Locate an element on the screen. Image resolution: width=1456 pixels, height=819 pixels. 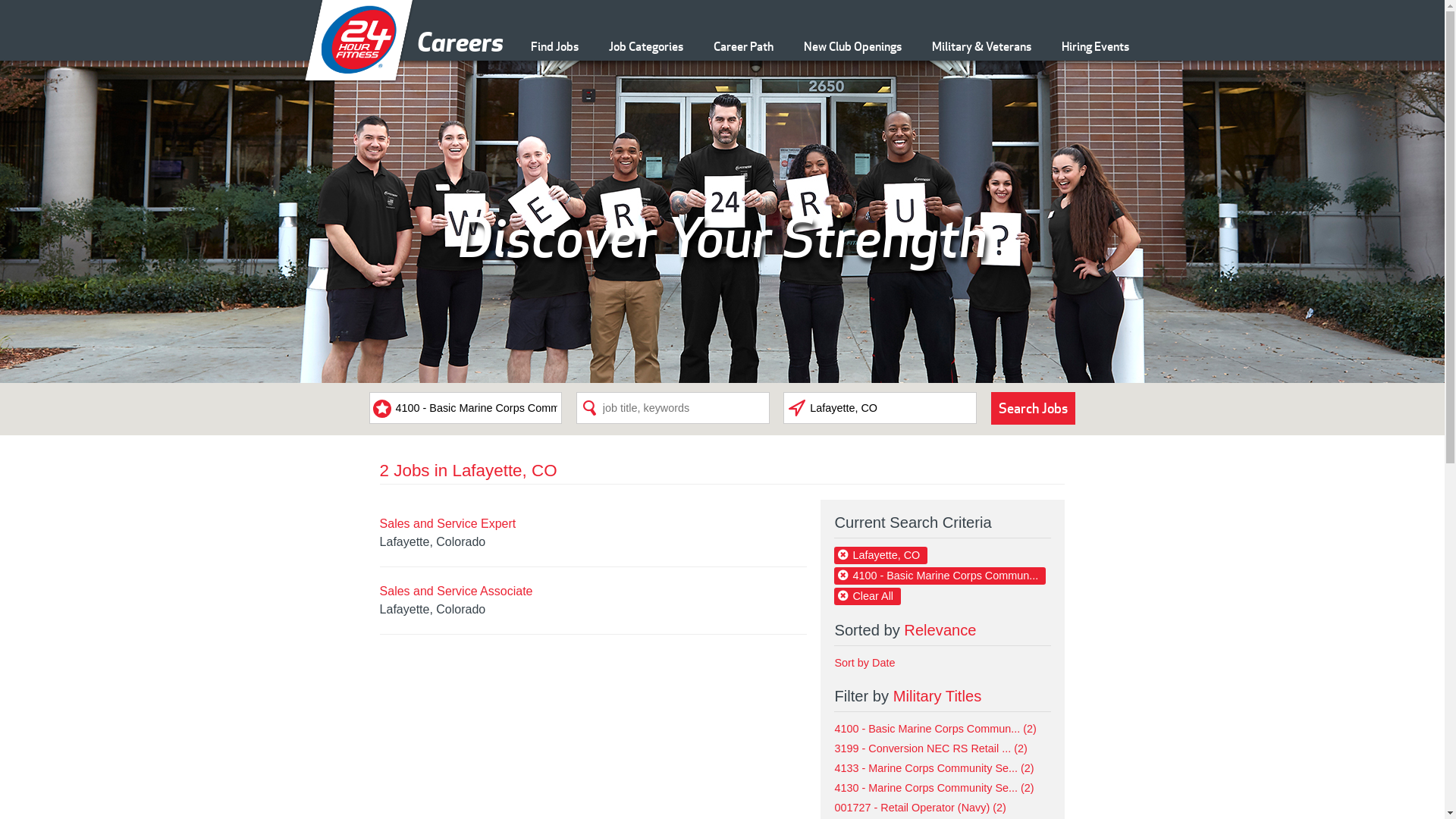
'Search Phrase' is located at coordinates (672, 406).